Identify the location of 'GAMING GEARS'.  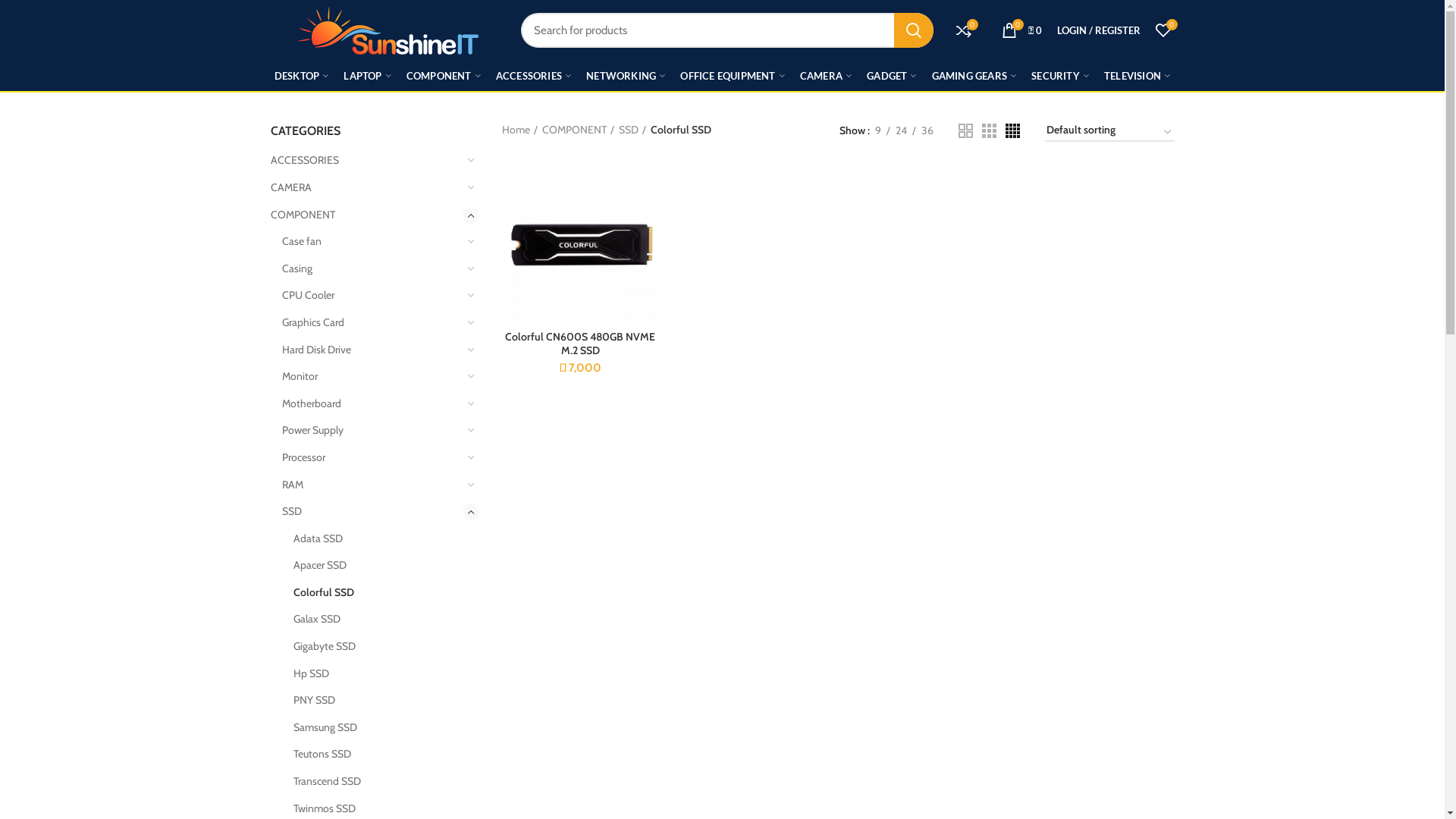
(974, 76).